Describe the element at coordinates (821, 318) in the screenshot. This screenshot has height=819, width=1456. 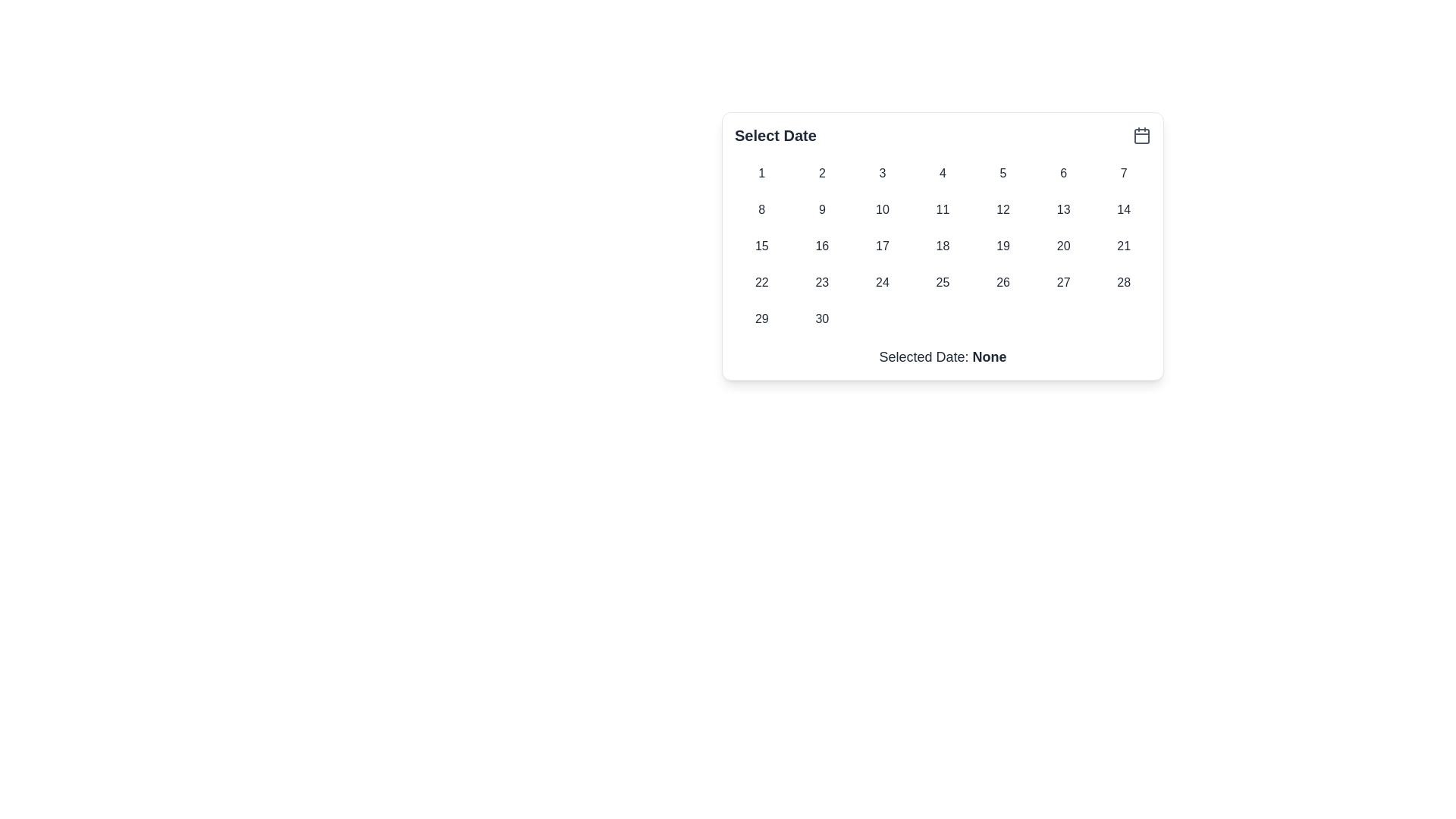
I see `the button representing the 30th day in the calendar` at that location.